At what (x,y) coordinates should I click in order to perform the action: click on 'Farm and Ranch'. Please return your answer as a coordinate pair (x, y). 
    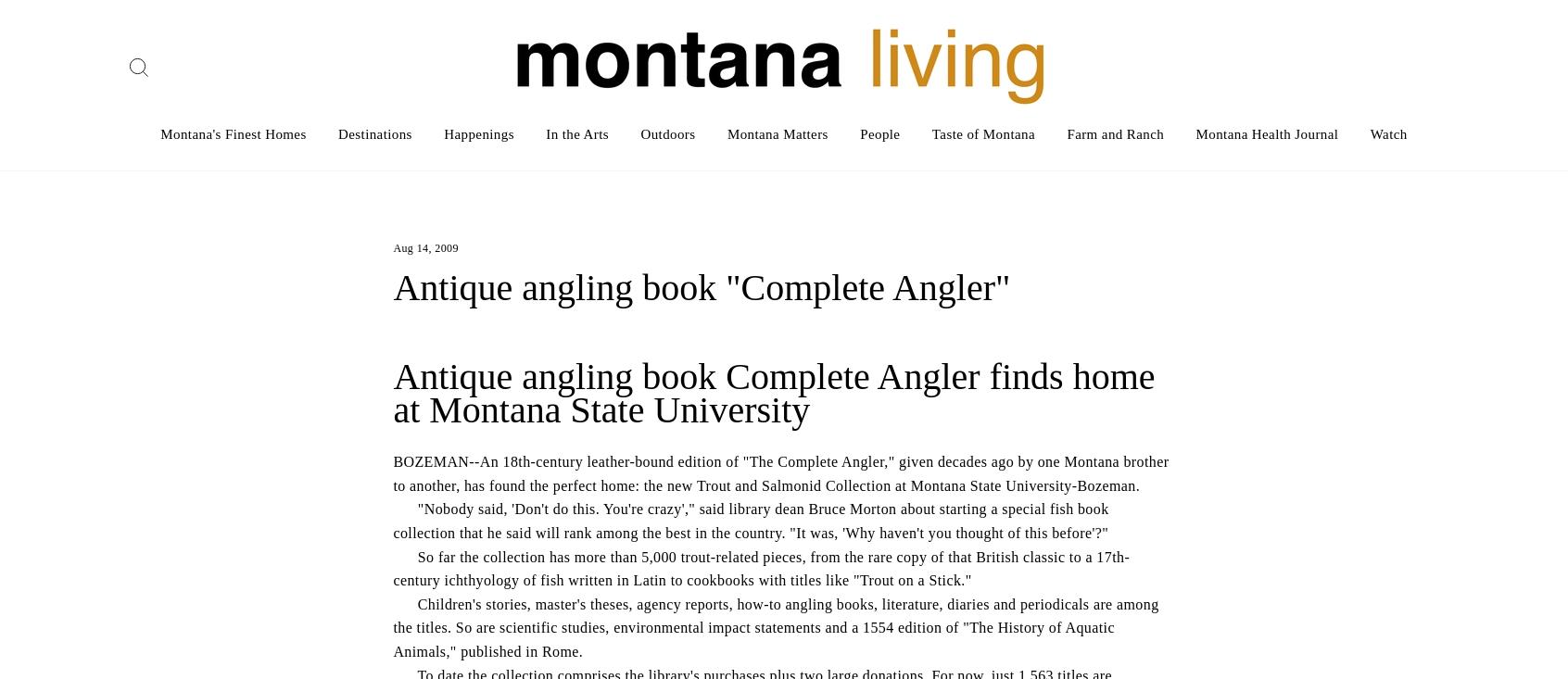
    Looking at the image, I should click on (1066, 133).